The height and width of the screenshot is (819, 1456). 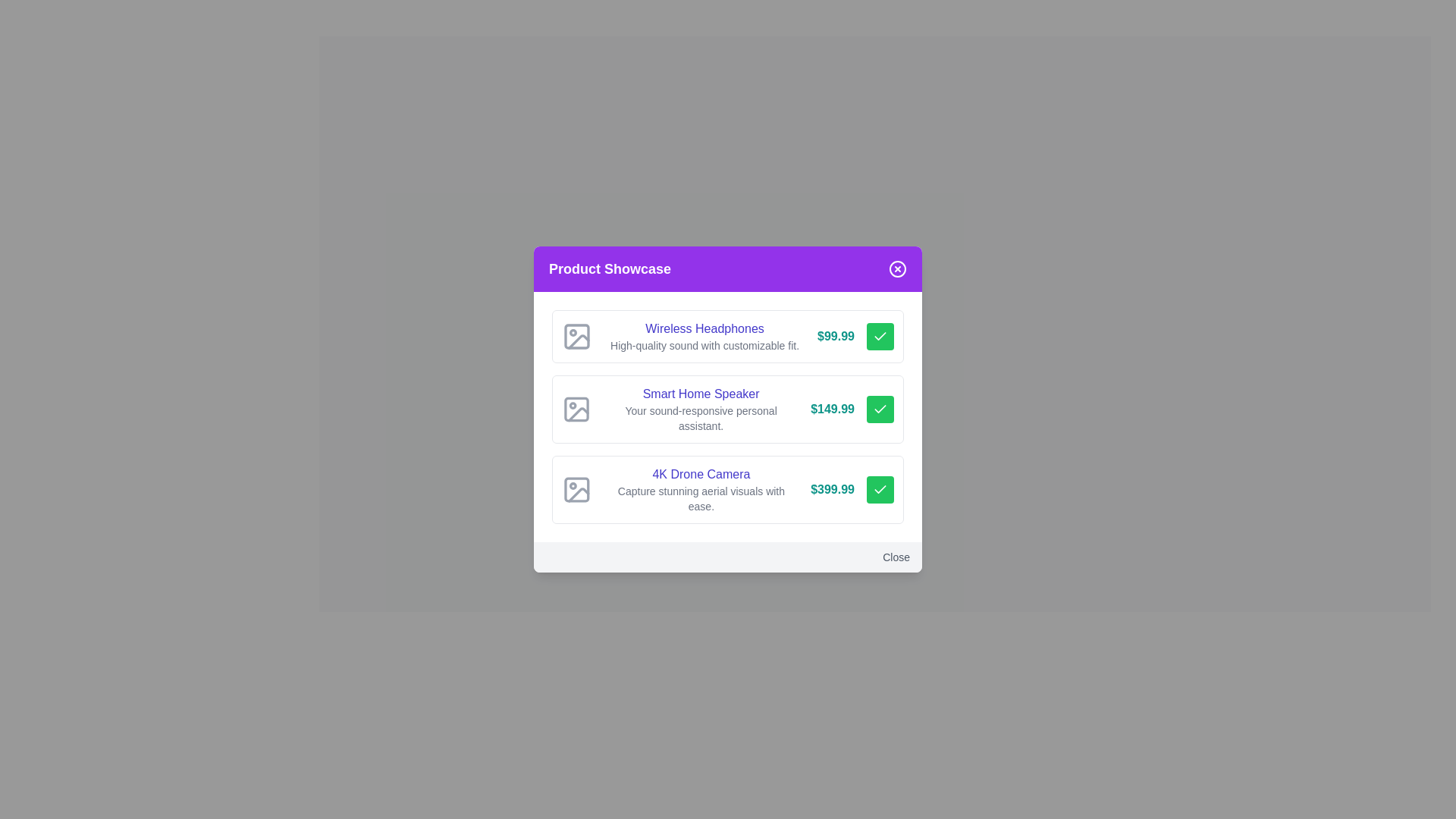 I want to click on secondary descriptive text element that provides additional details about the 'Smart Home Speaker' item, located directly below the 'Smart Home Speaker' text, centered within the dialog interface, so click(x=700, y=418).